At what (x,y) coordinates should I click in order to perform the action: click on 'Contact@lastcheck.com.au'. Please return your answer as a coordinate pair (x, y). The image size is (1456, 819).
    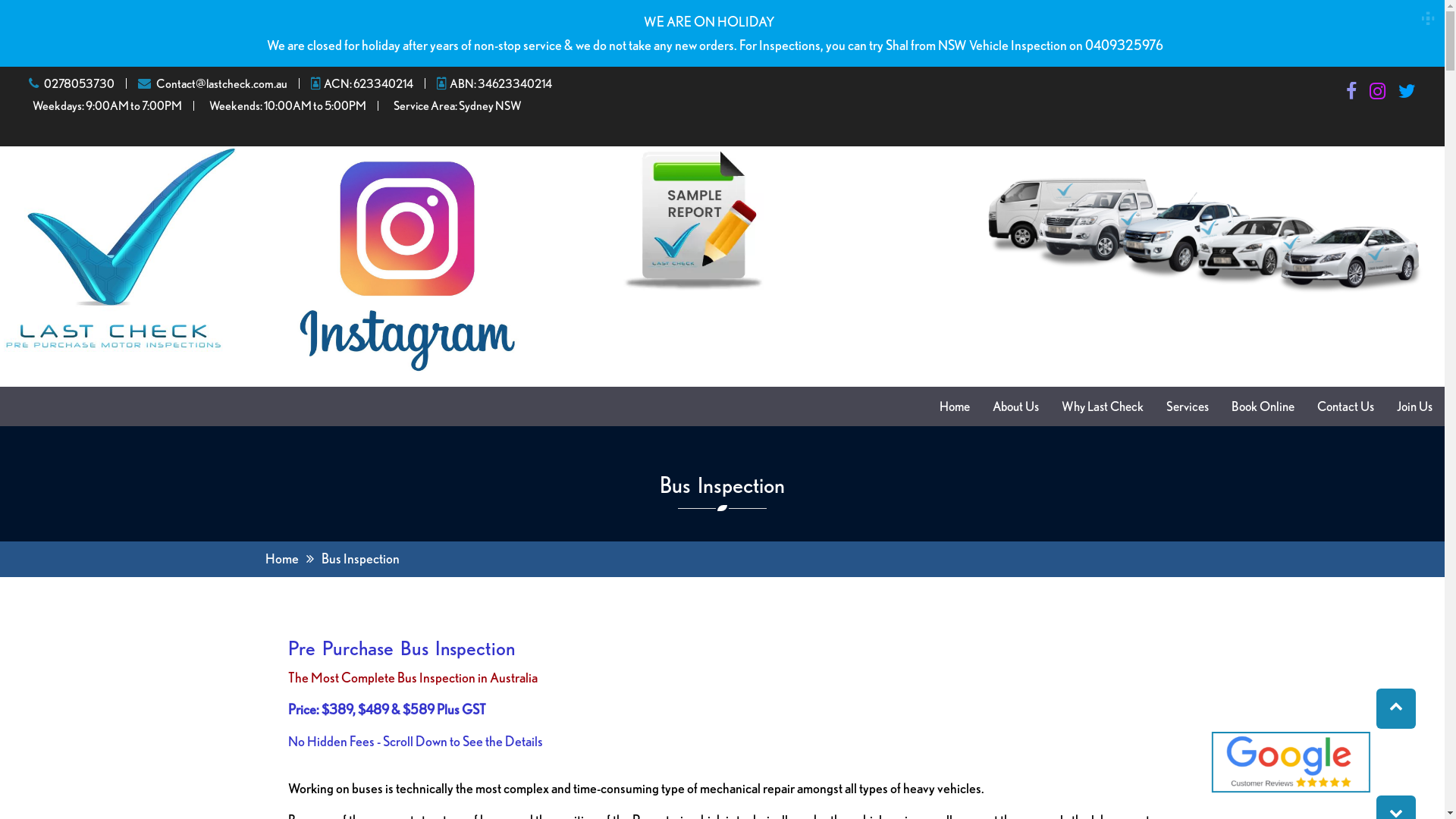
    Looking at the image, I should click on (156, 83).